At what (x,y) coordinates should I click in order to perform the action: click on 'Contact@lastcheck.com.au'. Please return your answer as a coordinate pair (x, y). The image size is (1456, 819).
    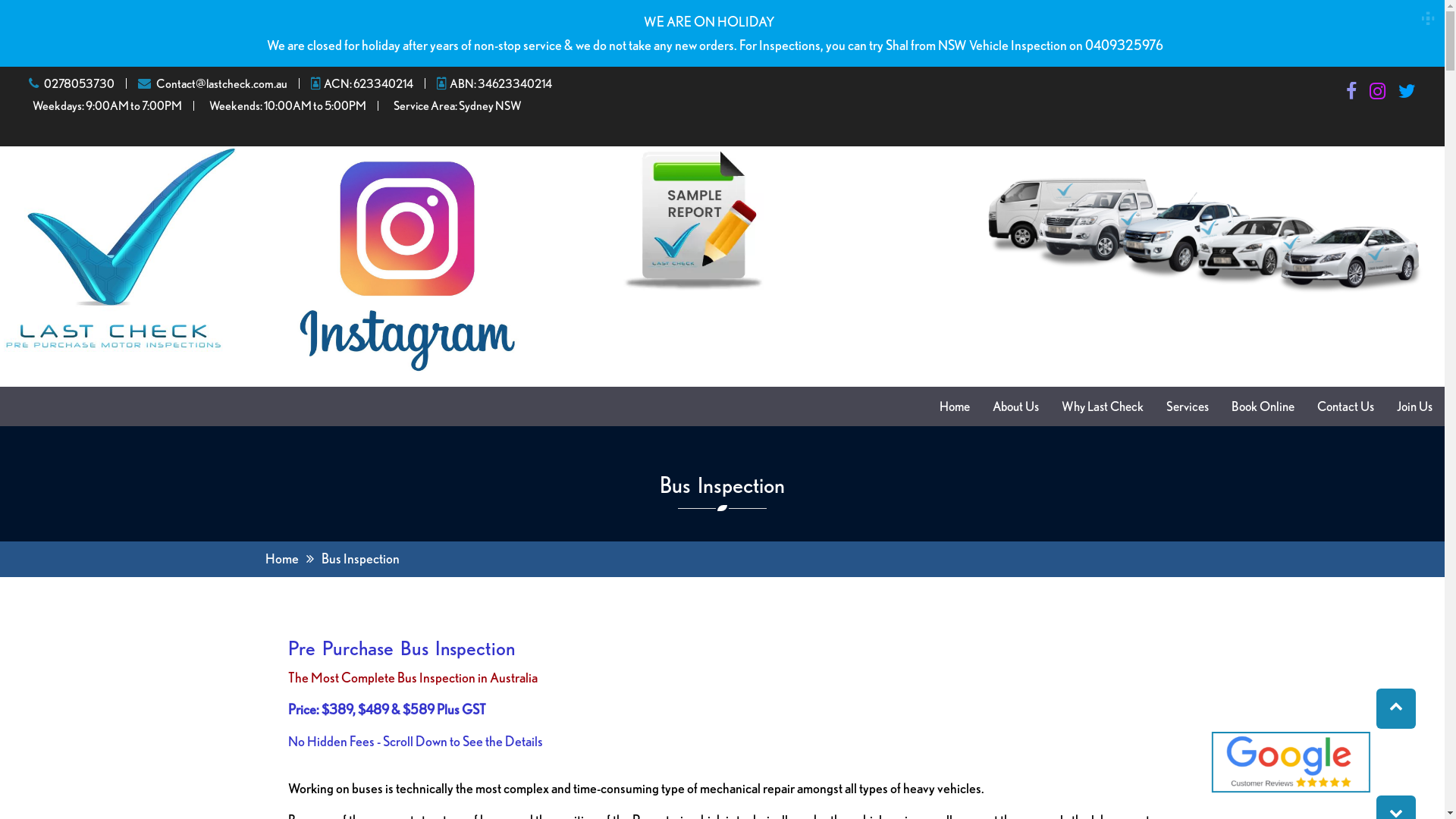
    Looking at the image, I should click on (156, 83).